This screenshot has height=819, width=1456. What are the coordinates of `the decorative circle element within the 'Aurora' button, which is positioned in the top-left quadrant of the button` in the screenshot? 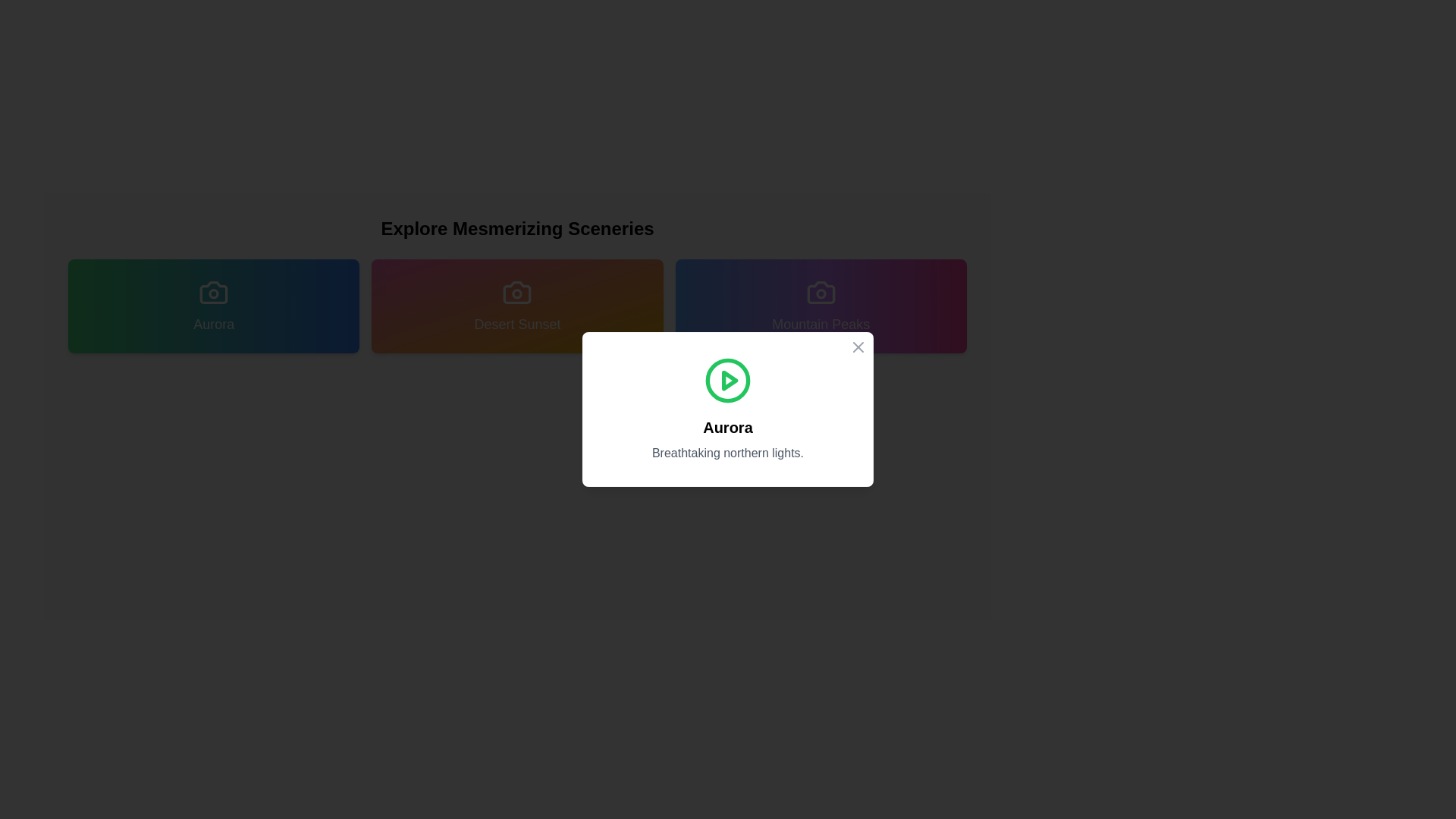 It's located at (213, 293).